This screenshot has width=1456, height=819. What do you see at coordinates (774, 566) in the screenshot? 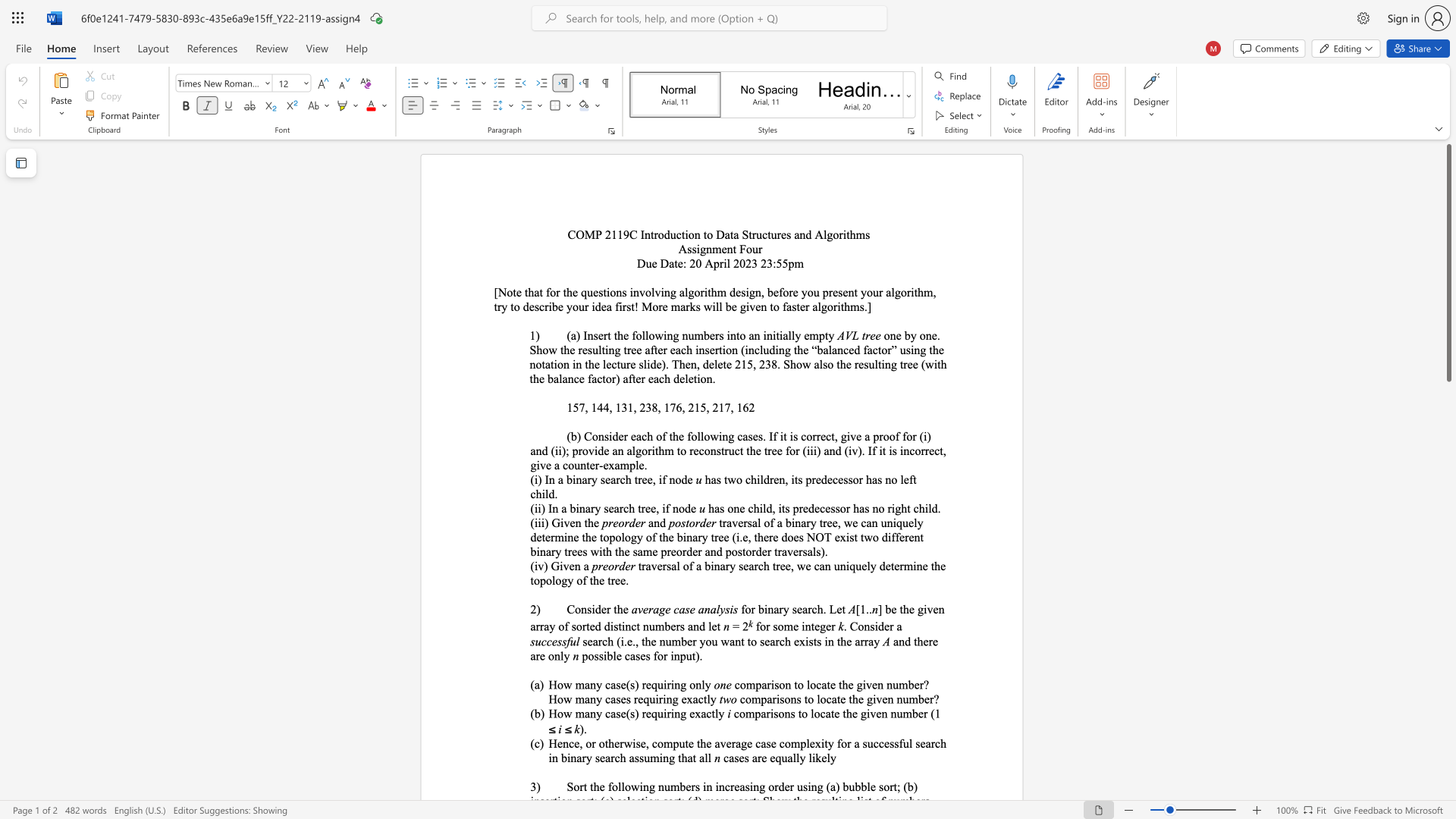
I see `the 2th character "t" in the text` at bounding box center [774, 566].